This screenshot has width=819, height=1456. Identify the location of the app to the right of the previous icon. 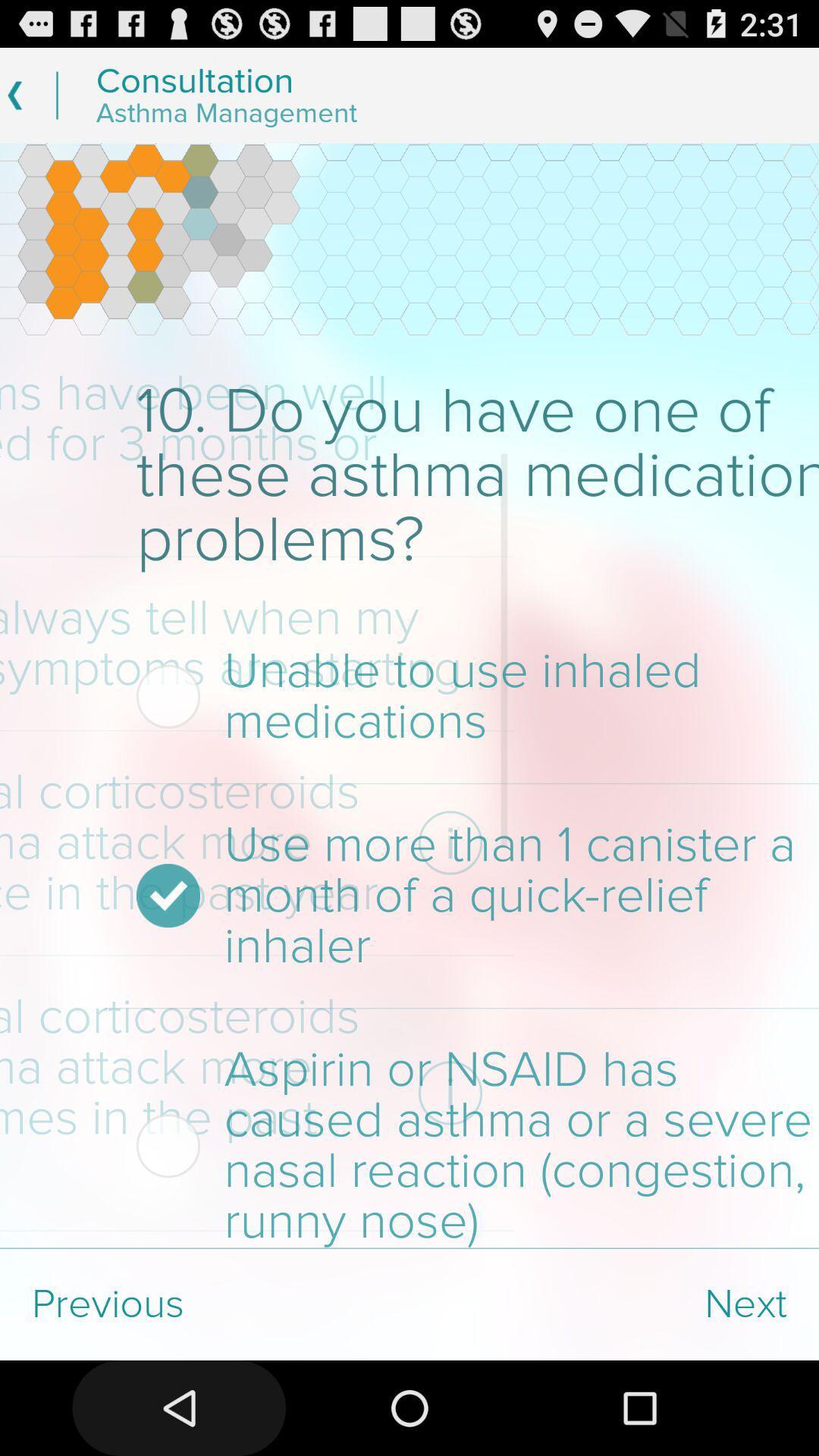
(614, 1304).